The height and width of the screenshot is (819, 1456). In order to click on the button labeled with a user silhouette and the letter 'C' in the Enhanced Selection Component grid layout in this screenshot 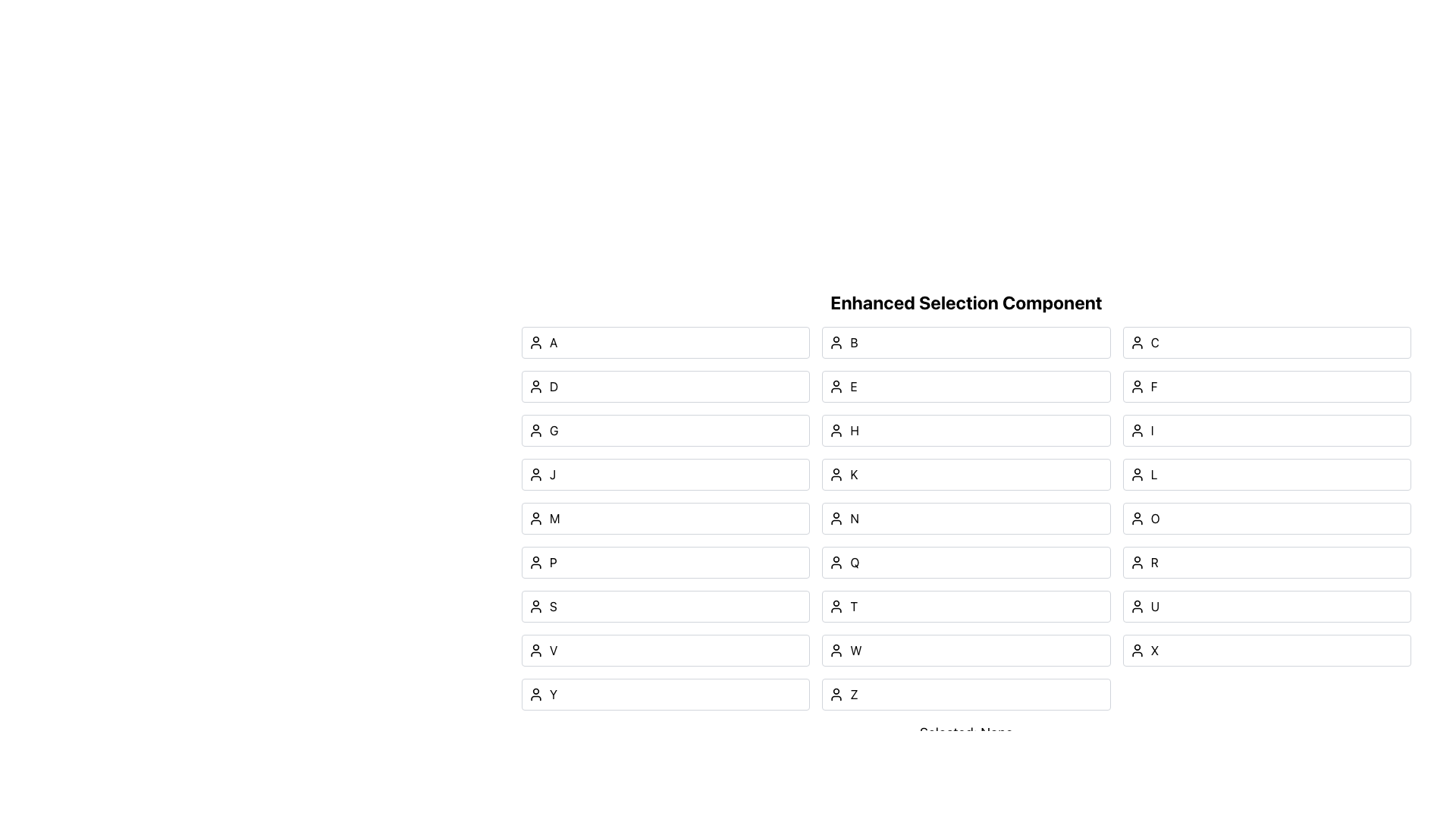, I will do `click(1266, 342)`.